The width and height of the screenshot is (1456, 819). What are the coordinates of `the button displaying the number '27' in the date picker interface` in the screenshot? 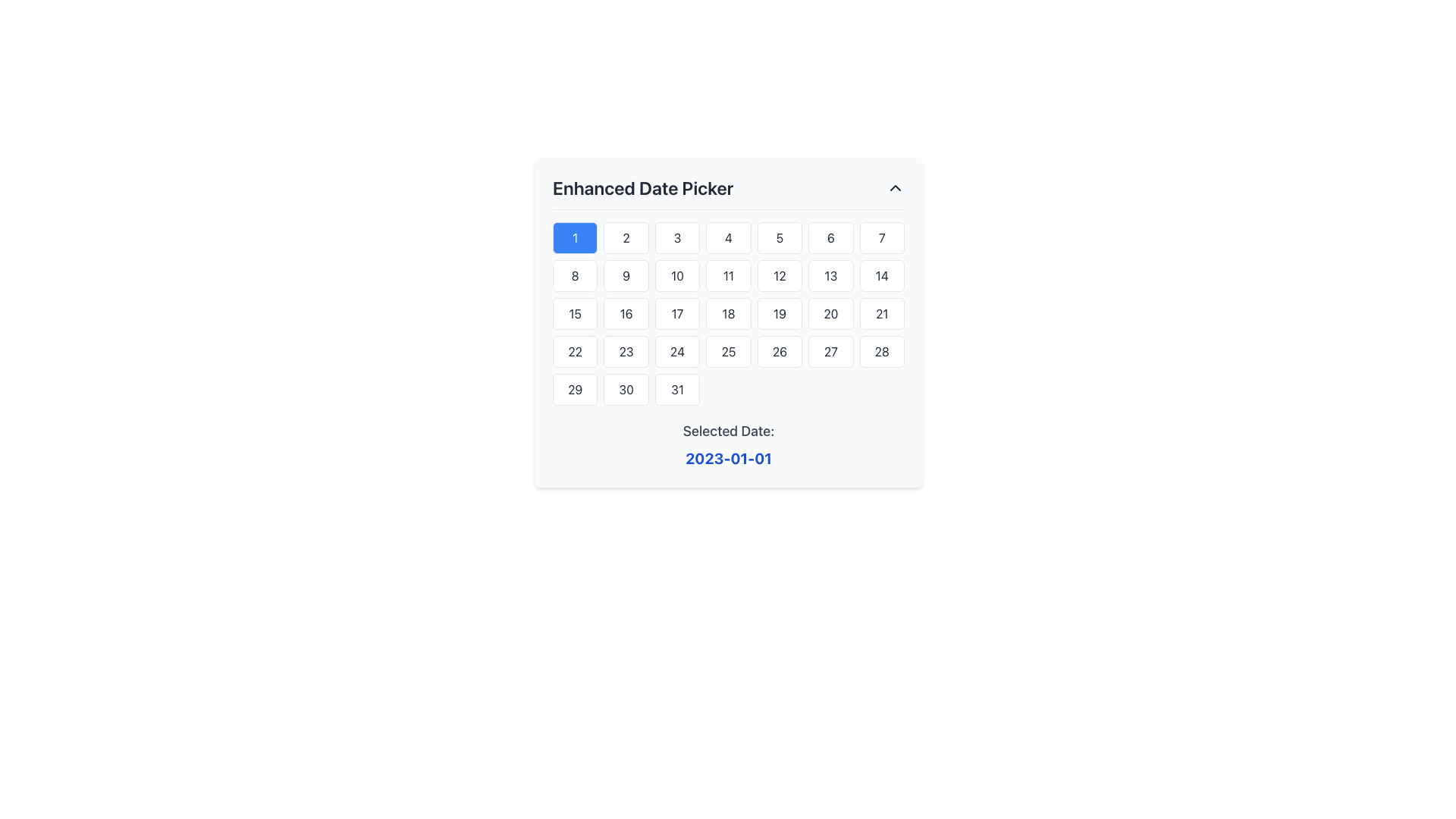 It's located at (830, 351).